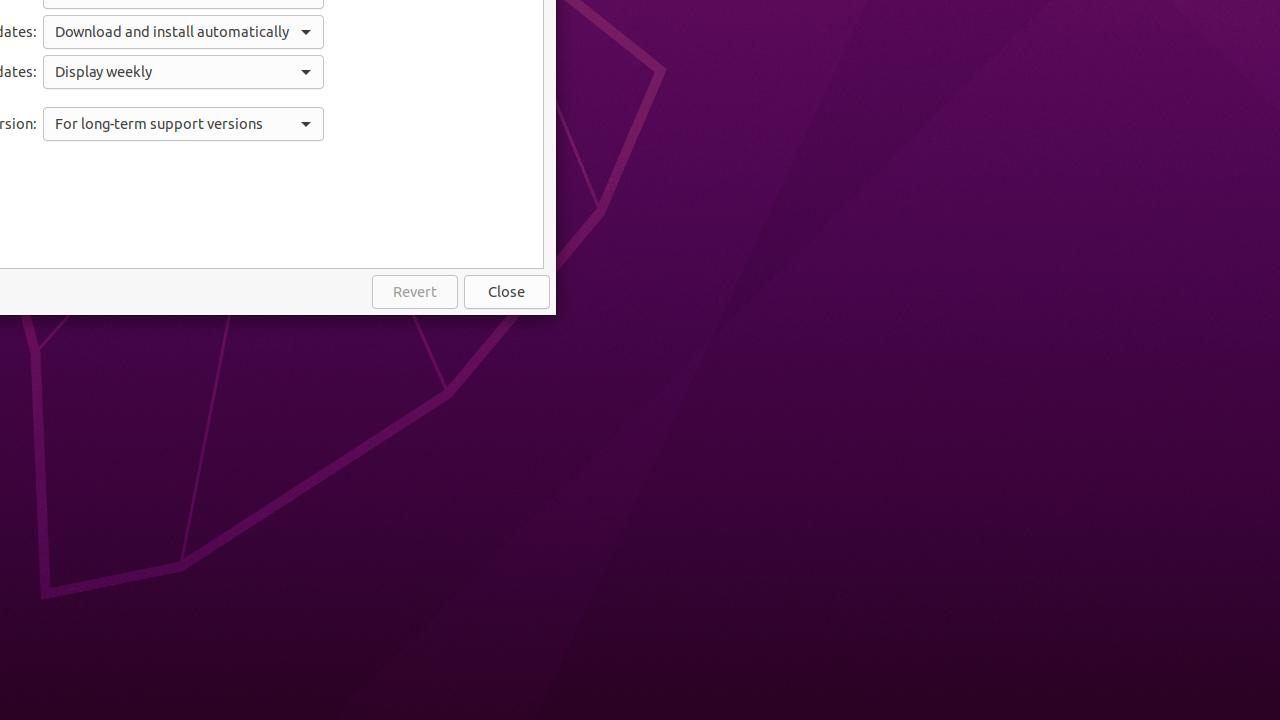  What do you see at coordinates (507, 292) in the screenshot?
I see `'Close'` at bounding box center [507, 292].